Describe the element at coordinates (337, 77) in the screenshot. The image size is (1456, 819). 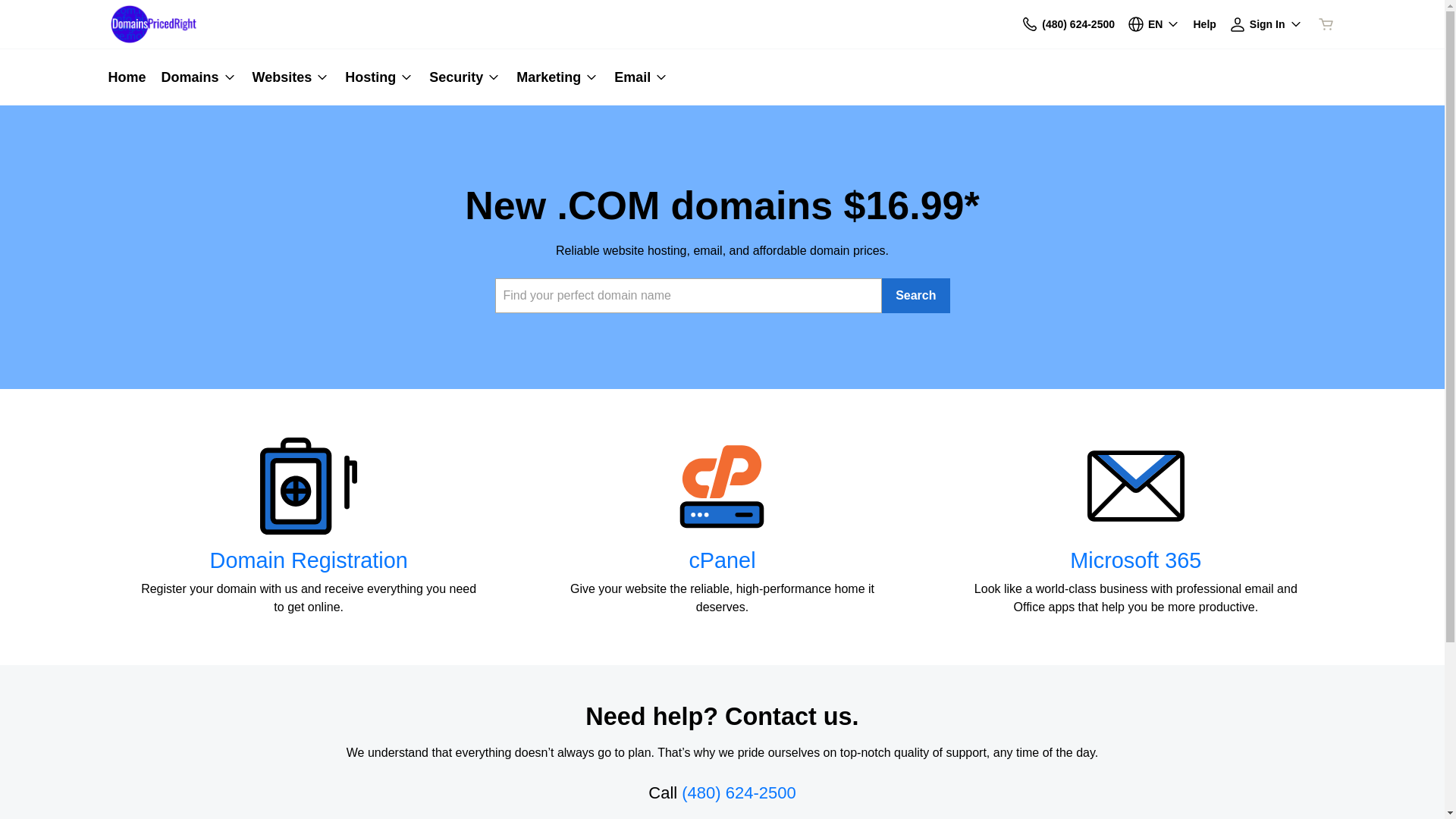
I see `'Hosting'` at that location.